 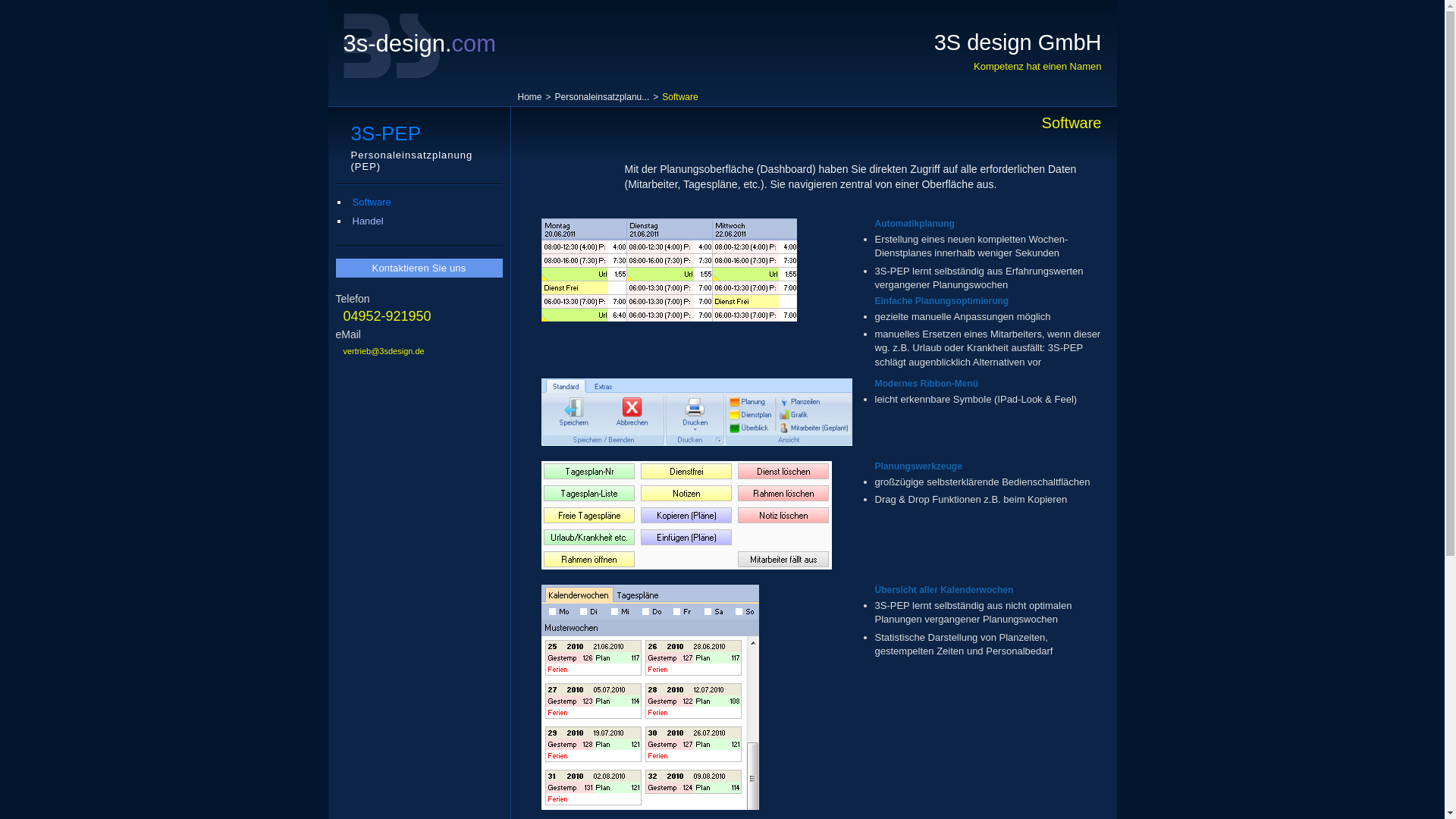 I want to click on 'Personaleinsatzplanu...', so click(x=601, y=96).